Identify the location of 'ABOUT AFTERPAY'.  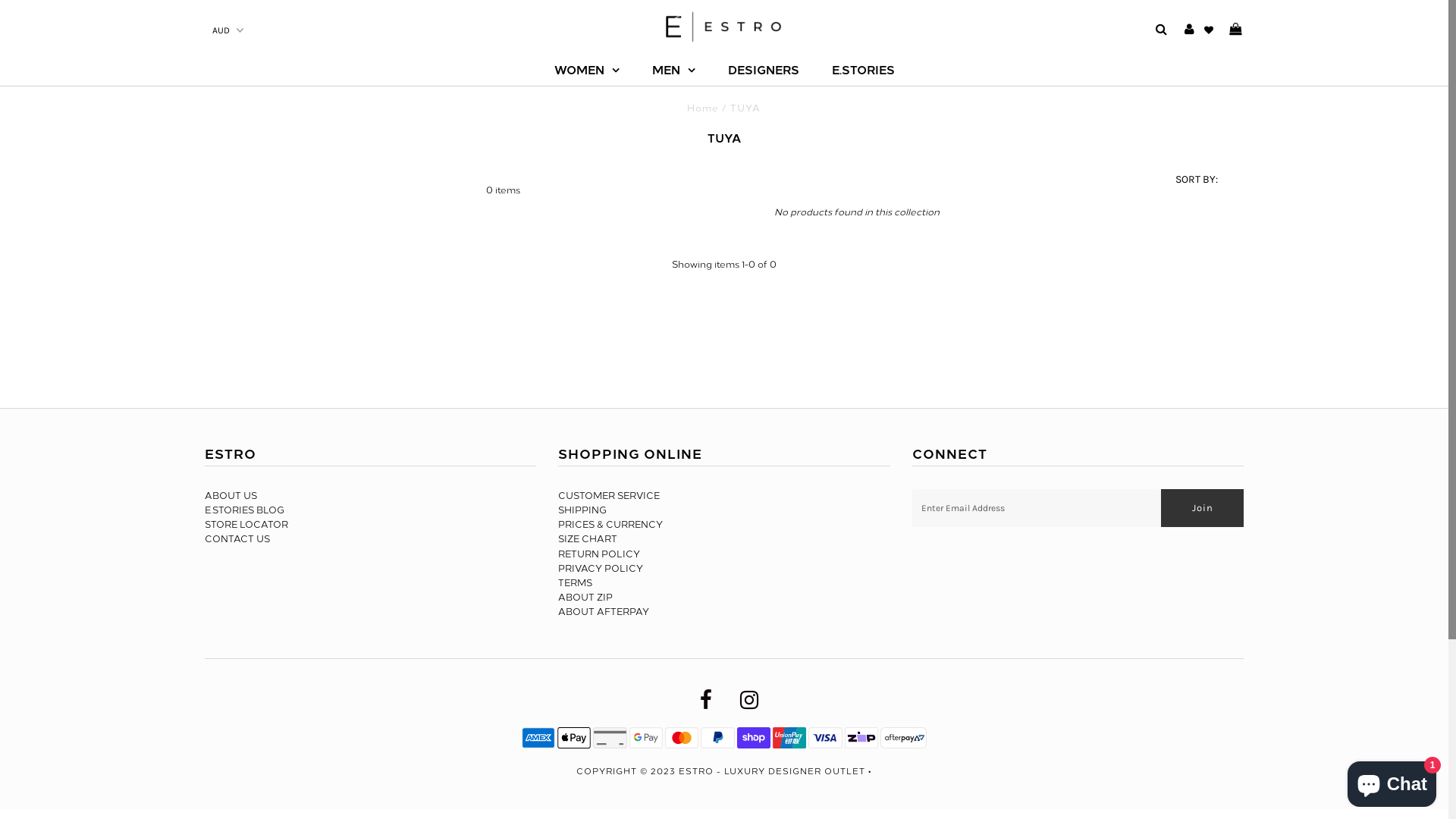
(603, 610).